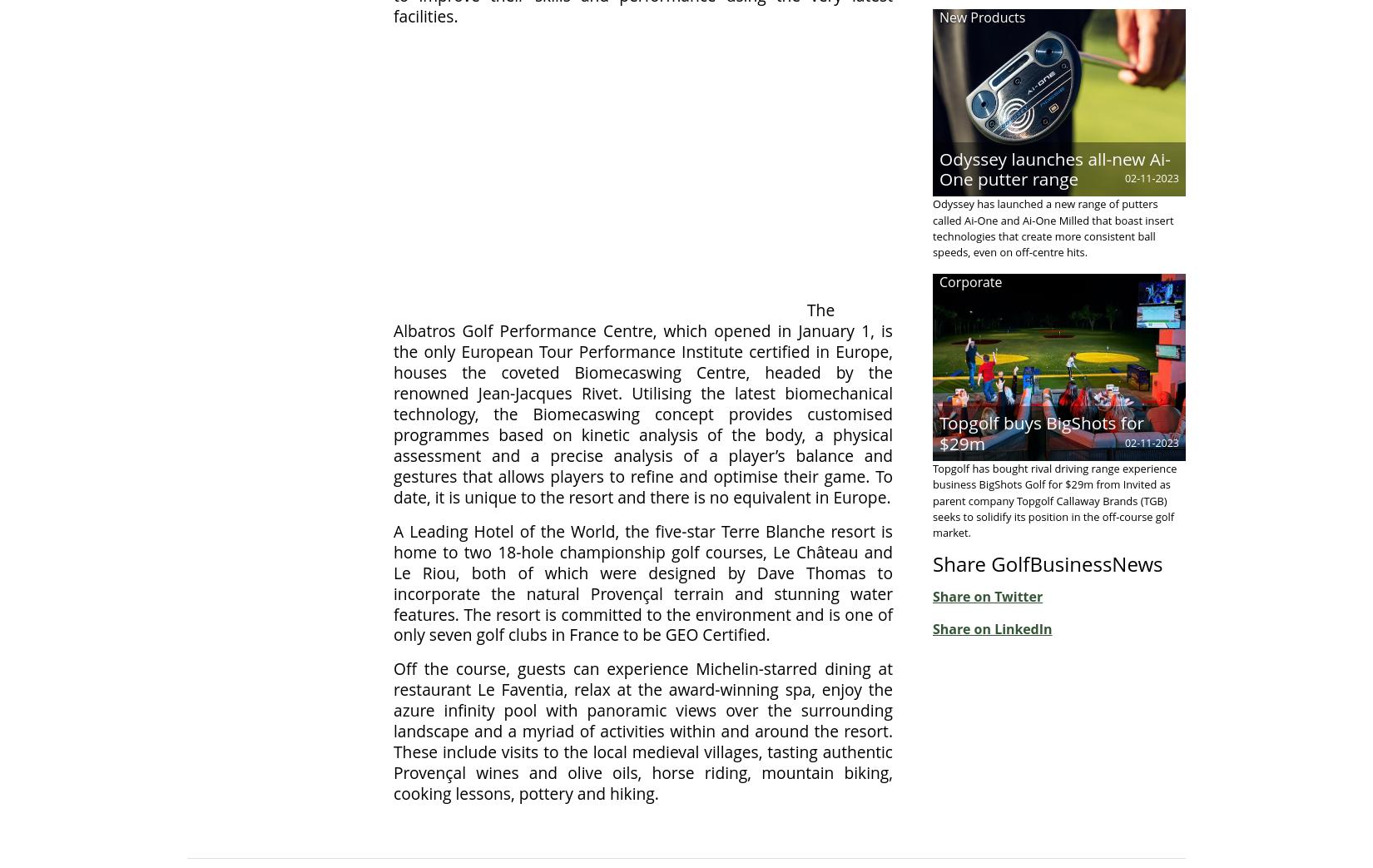  Describe the element at coordinates (982, 16) in the screenshot. I see `'New Products'` at that location.